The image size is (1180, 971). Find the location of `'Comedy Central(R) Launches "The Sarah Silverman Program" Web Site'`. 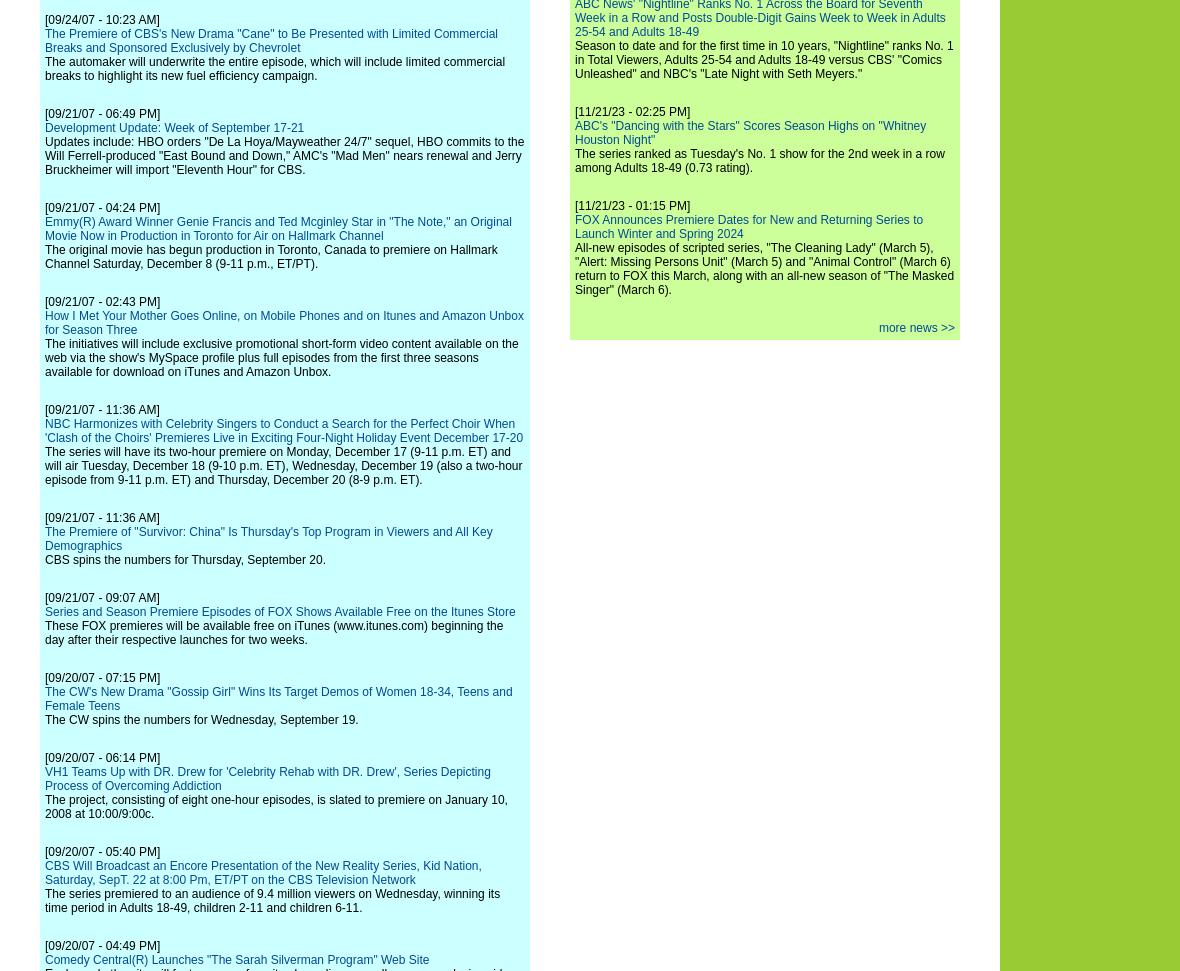

'Comedy Central(R) Launches "The Sarah Silverman Program" Web Site' is located at coordinates (236, 959).